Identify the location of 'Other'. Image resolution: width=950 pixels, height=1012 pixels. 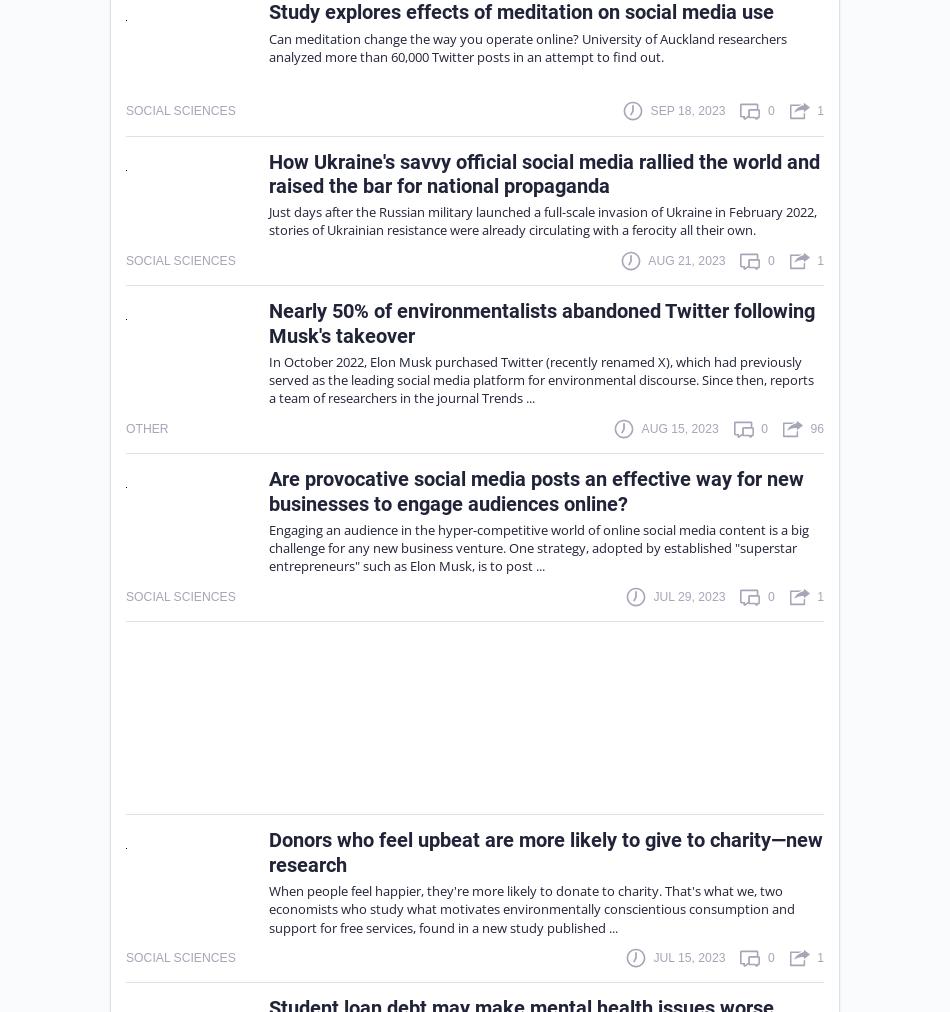
(146, 427).